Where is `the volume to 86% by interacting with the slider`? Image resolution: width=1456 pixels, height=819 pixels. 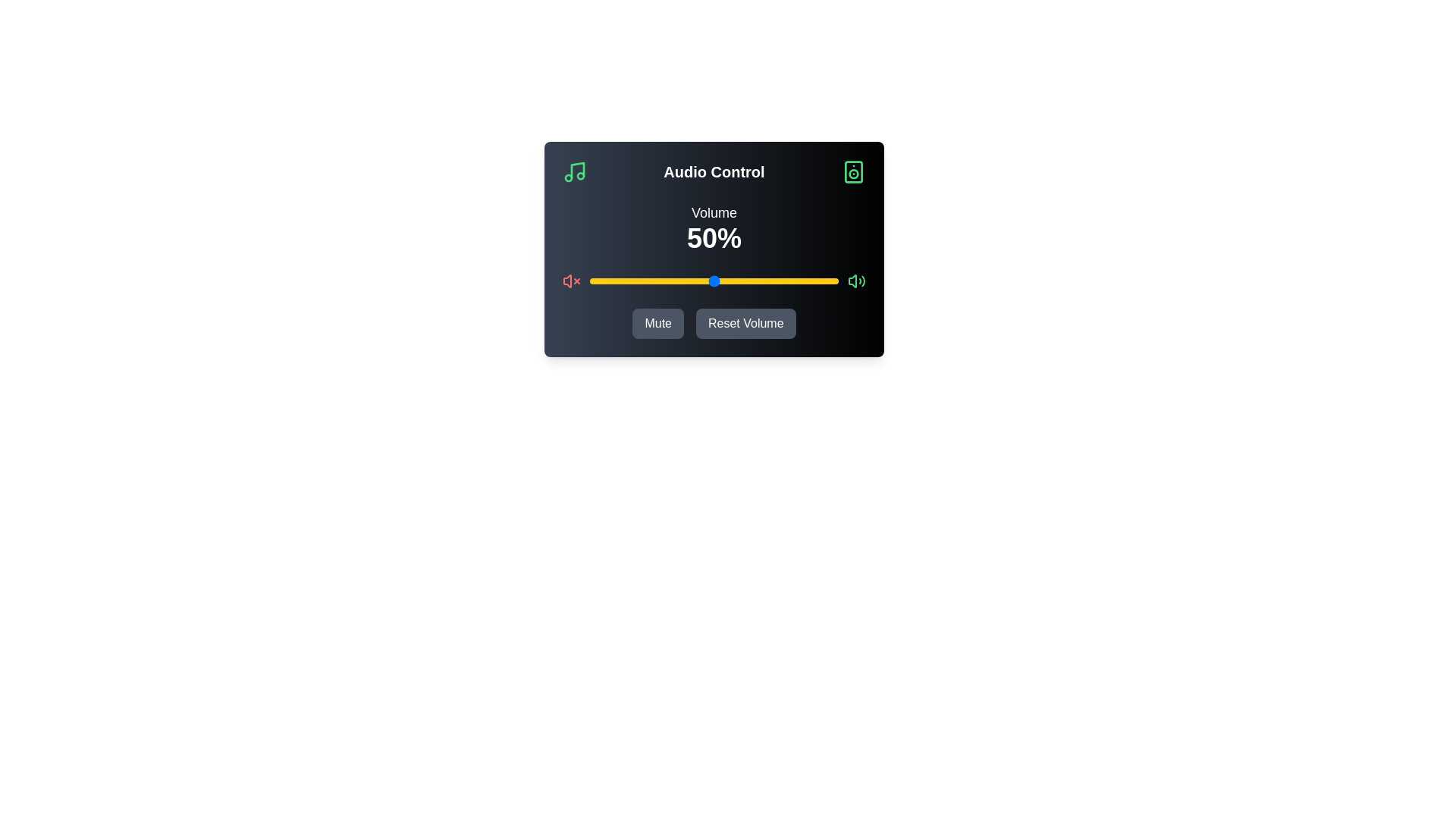 the volume to 86% by interacting with the slider is located at coordinates (803, 281).